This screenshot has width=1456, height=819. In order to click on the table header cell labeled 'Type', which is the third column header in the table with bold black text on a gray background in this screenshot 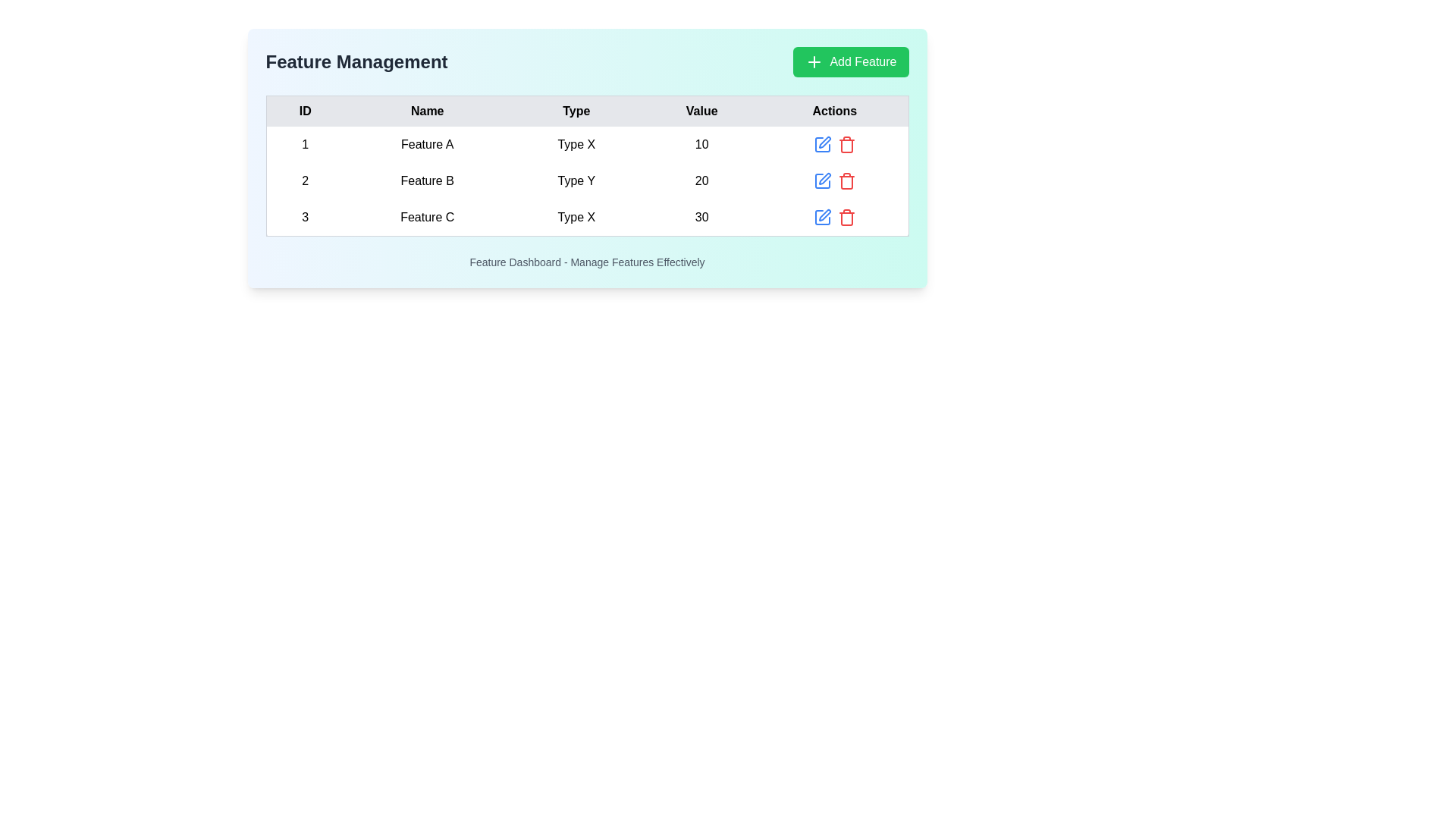, I will do `click(576, 110)`.